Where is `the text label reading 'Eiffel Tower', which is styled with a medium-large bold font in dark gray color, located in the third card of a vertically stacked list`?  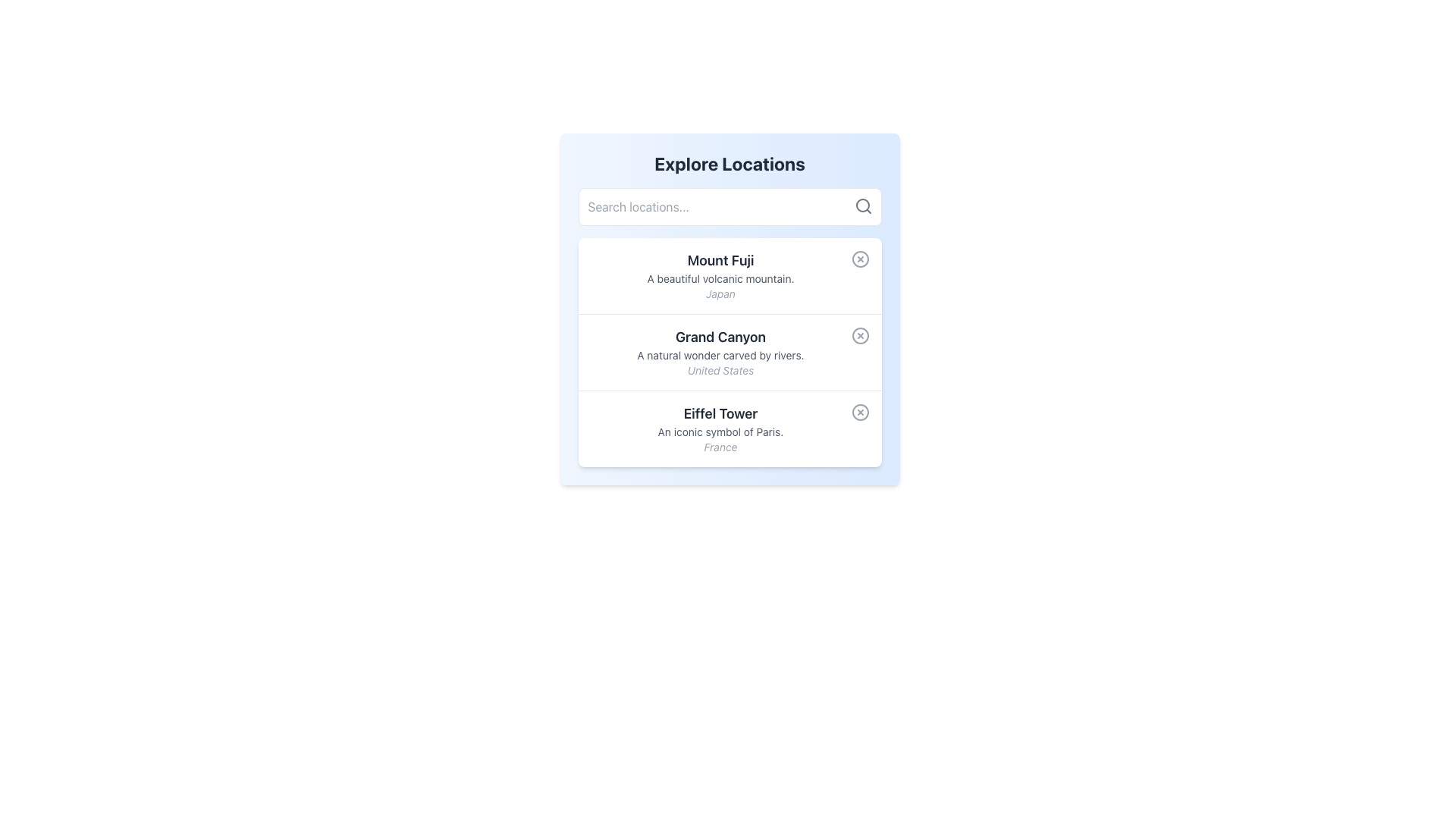
the text label reading 'Eiffel Tower', which is styled with a medium-large bold font in dark gray color, located in the third card of a vertically stacked list is located at coordinates (720, 414).